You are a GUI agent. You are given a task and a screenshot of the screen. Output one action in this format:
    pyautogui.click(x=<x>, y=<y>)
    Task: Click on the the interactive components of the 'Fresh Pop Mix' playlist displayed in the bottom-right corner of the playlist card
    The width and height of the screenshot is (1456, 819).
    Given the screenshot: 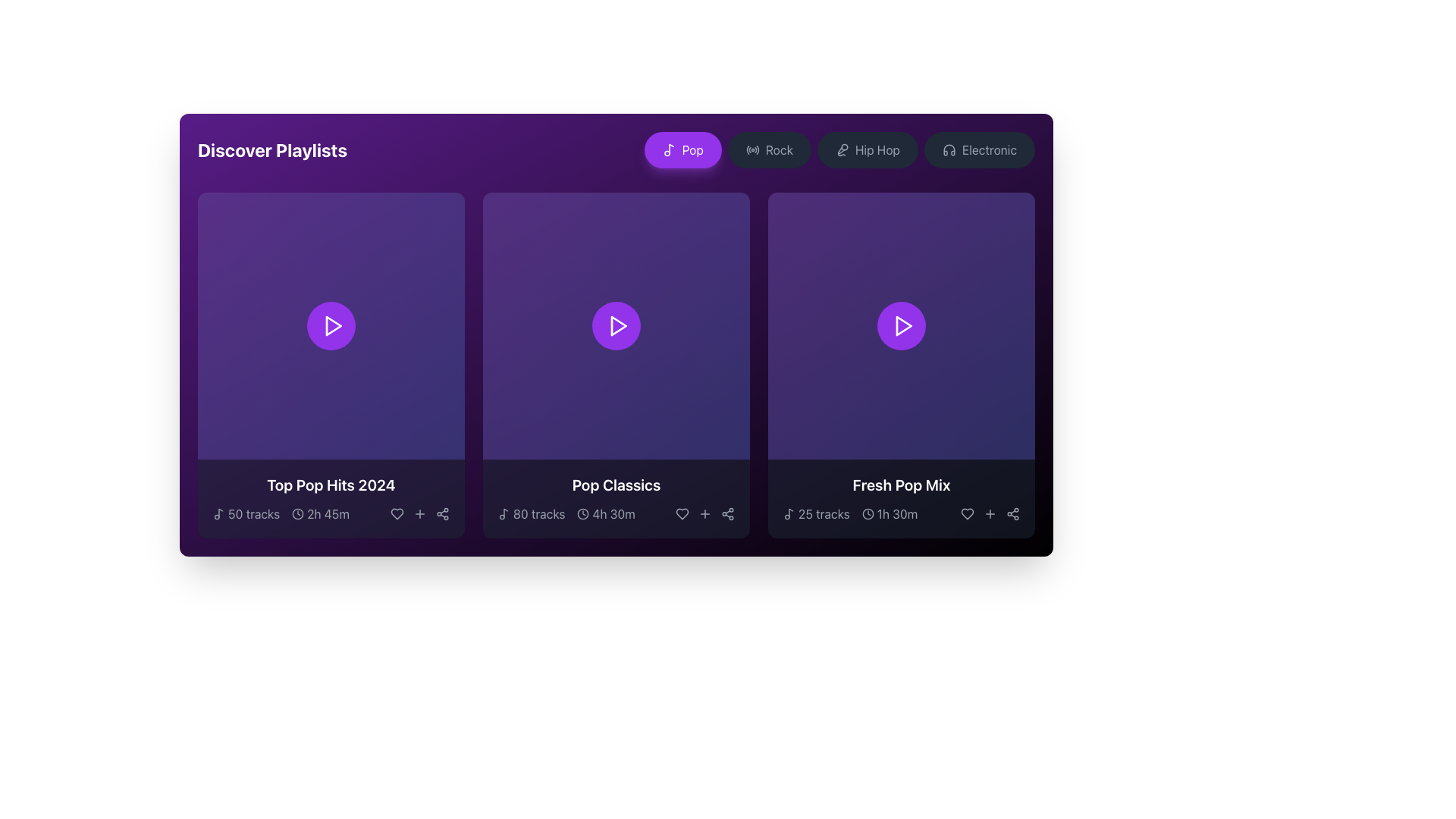 What is the action you would take?
    pyautogui.click(x=902, y=499)
    